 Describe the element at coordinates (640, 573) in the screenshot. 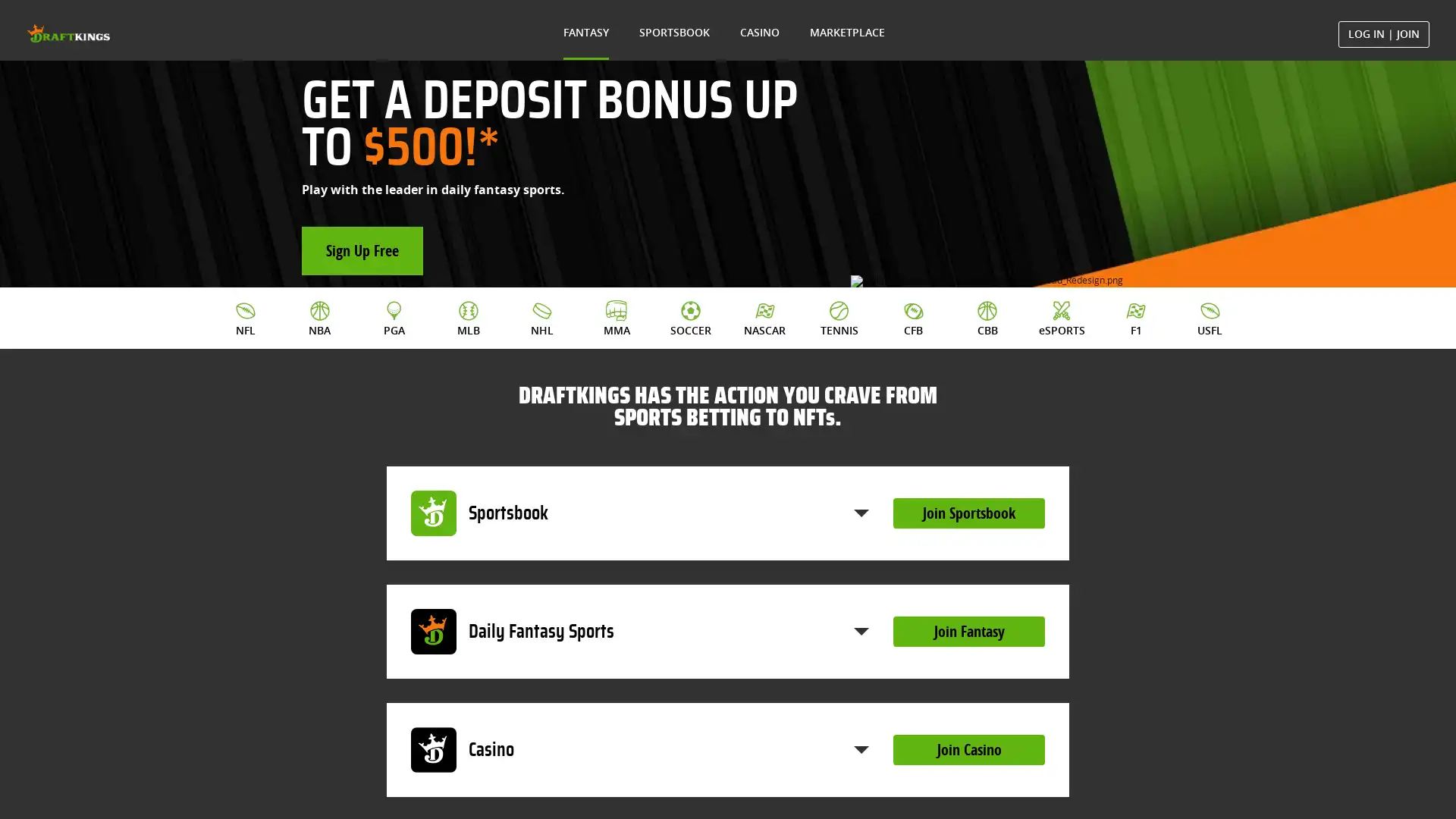

I see `SB_Icon.svg Sportsbook` at that location.